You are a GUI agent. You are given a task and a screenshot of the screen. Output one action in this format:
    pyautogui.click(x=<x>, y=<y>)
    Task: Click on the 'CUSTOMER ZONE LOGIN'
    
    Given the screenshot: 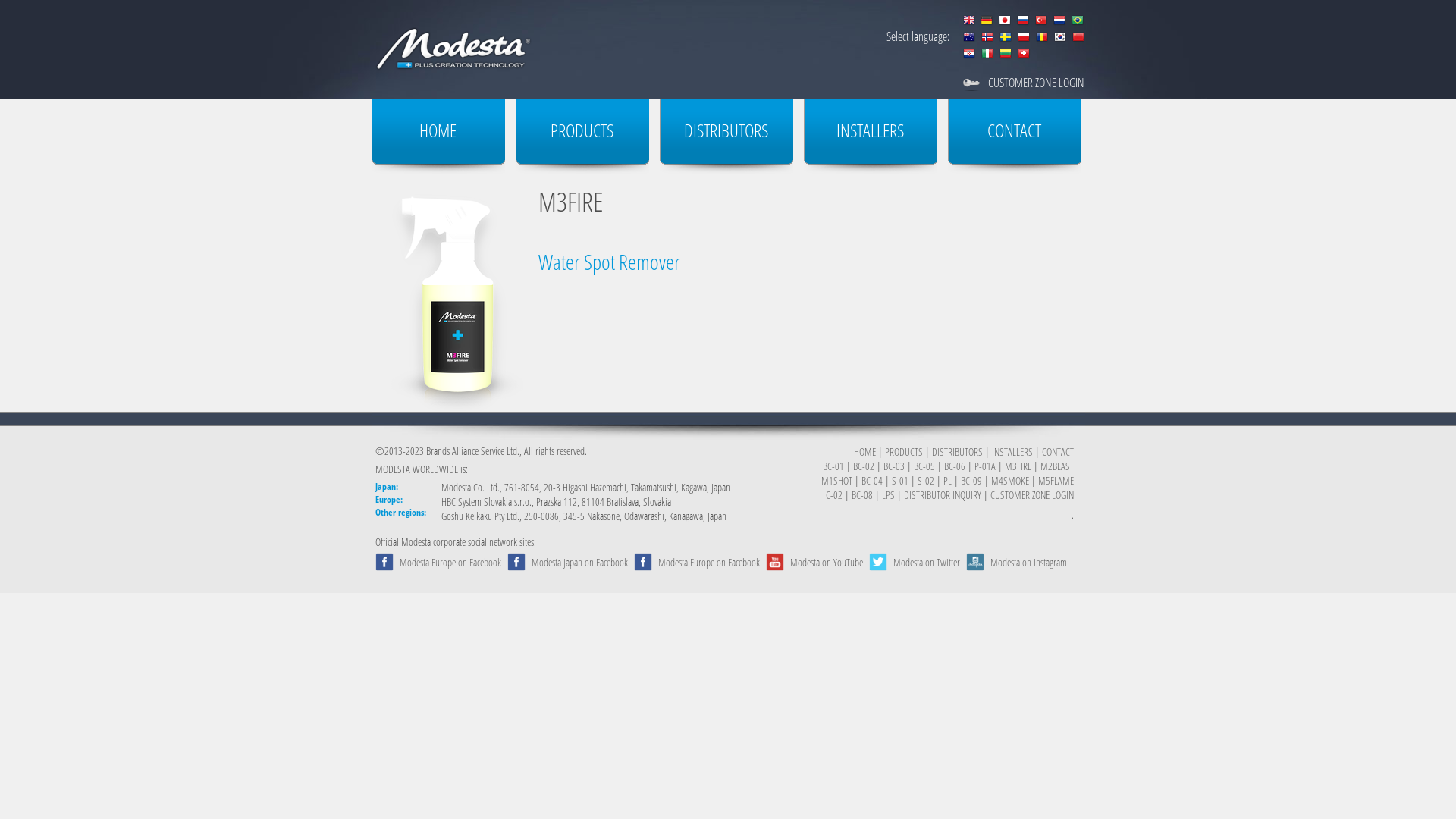 What is the action you would take?
    pyautogui.click(x=987, y=82)
    